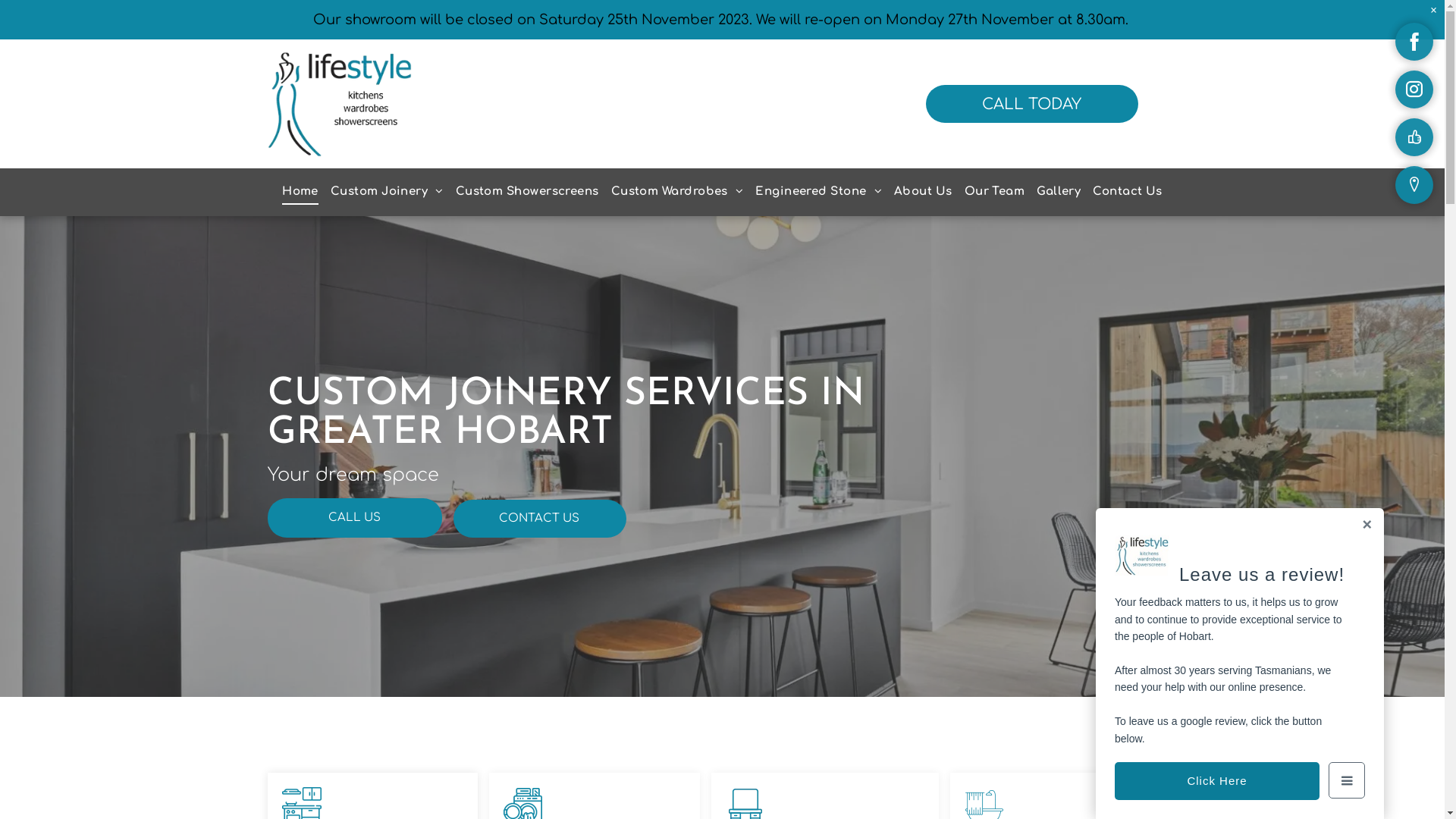  Describe the element at coordinates (1031, 103) in the screenshot. I see `'CALL TODAY'` at that location.